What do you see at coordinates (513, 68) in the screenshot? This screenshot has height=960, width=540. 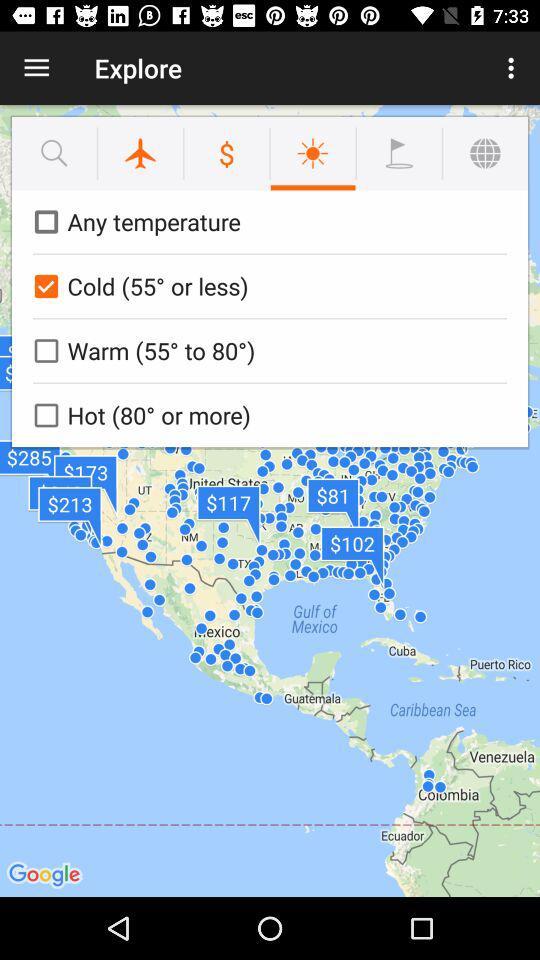 I see `icon next to the explore` at bounding box center [513, 68].